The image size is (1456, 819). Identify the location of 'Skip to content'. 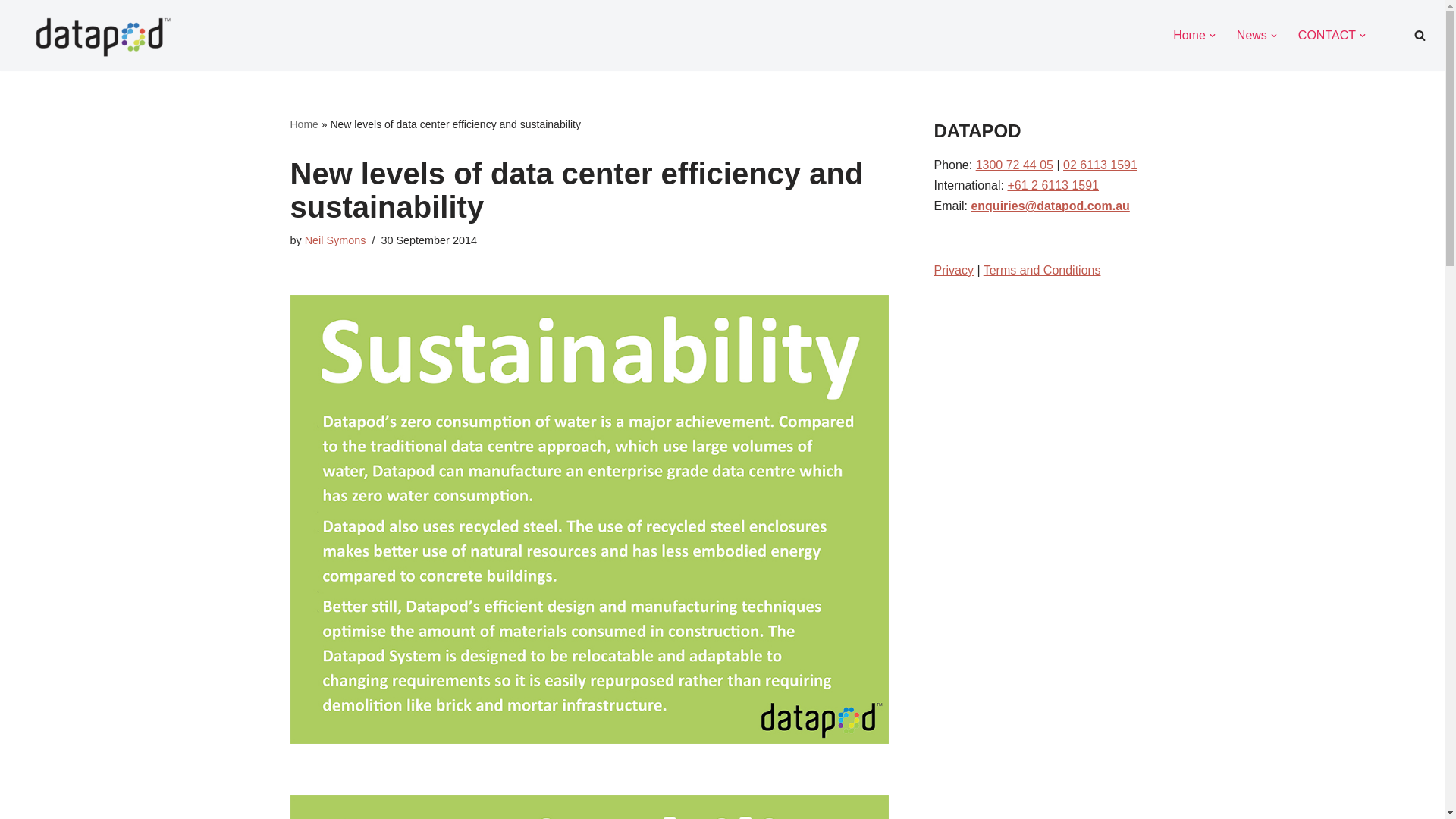
(11, 32).